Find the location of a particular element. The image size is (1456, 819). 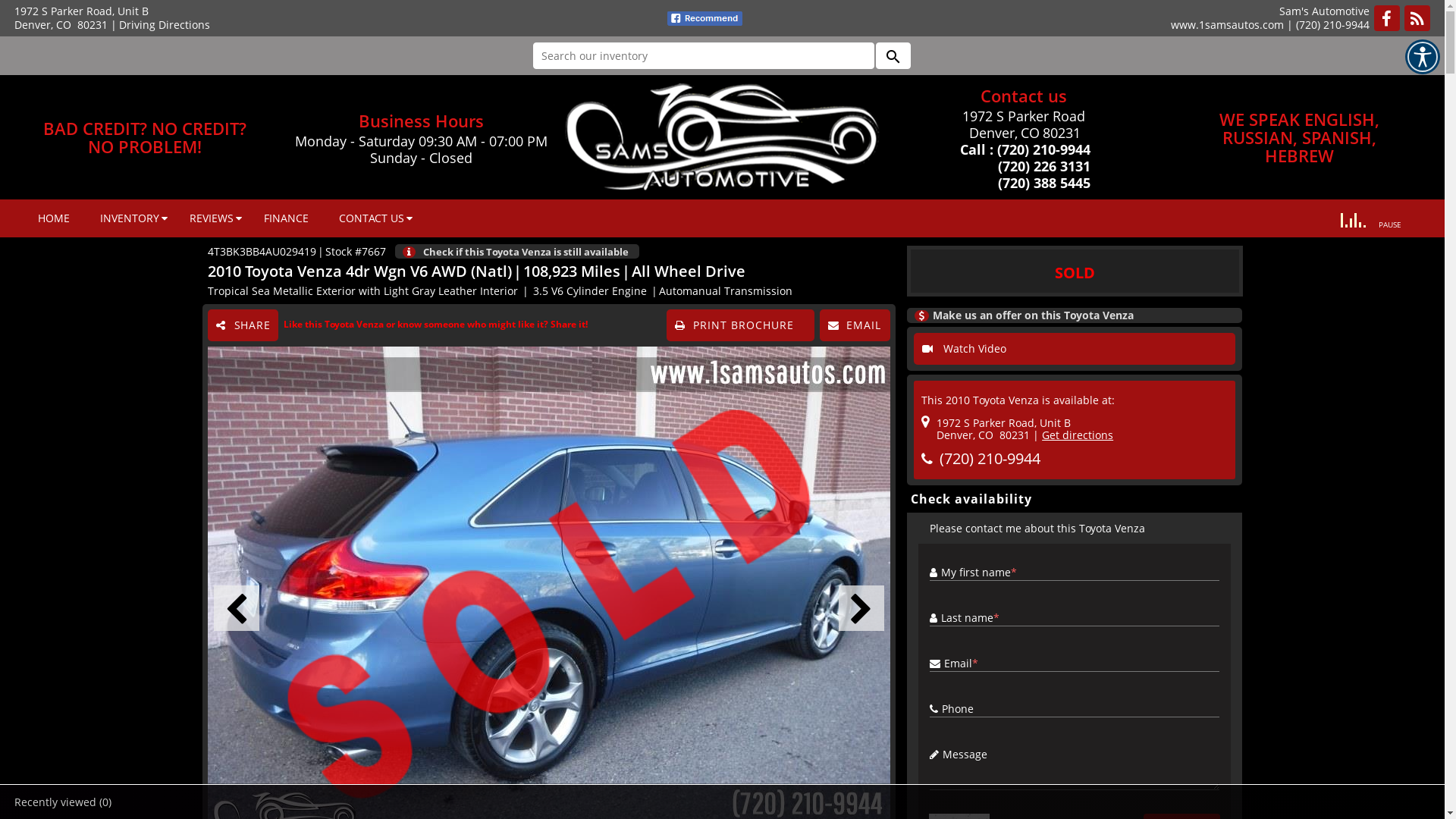

'HOME' is located at coordinates (54, 218).